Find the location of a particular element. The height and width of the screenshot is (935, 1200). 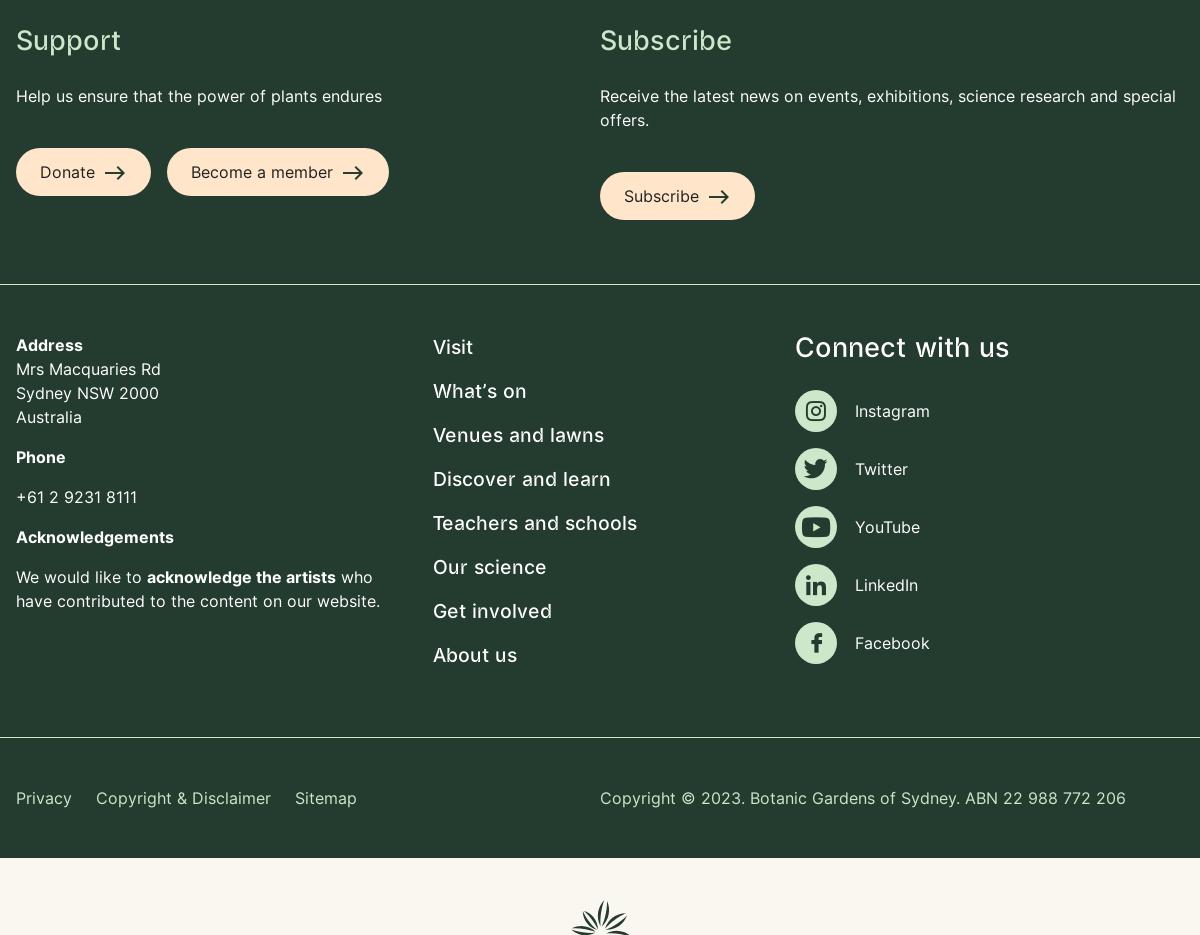

'Acknowledgements' is located at coordinates (15, 535).